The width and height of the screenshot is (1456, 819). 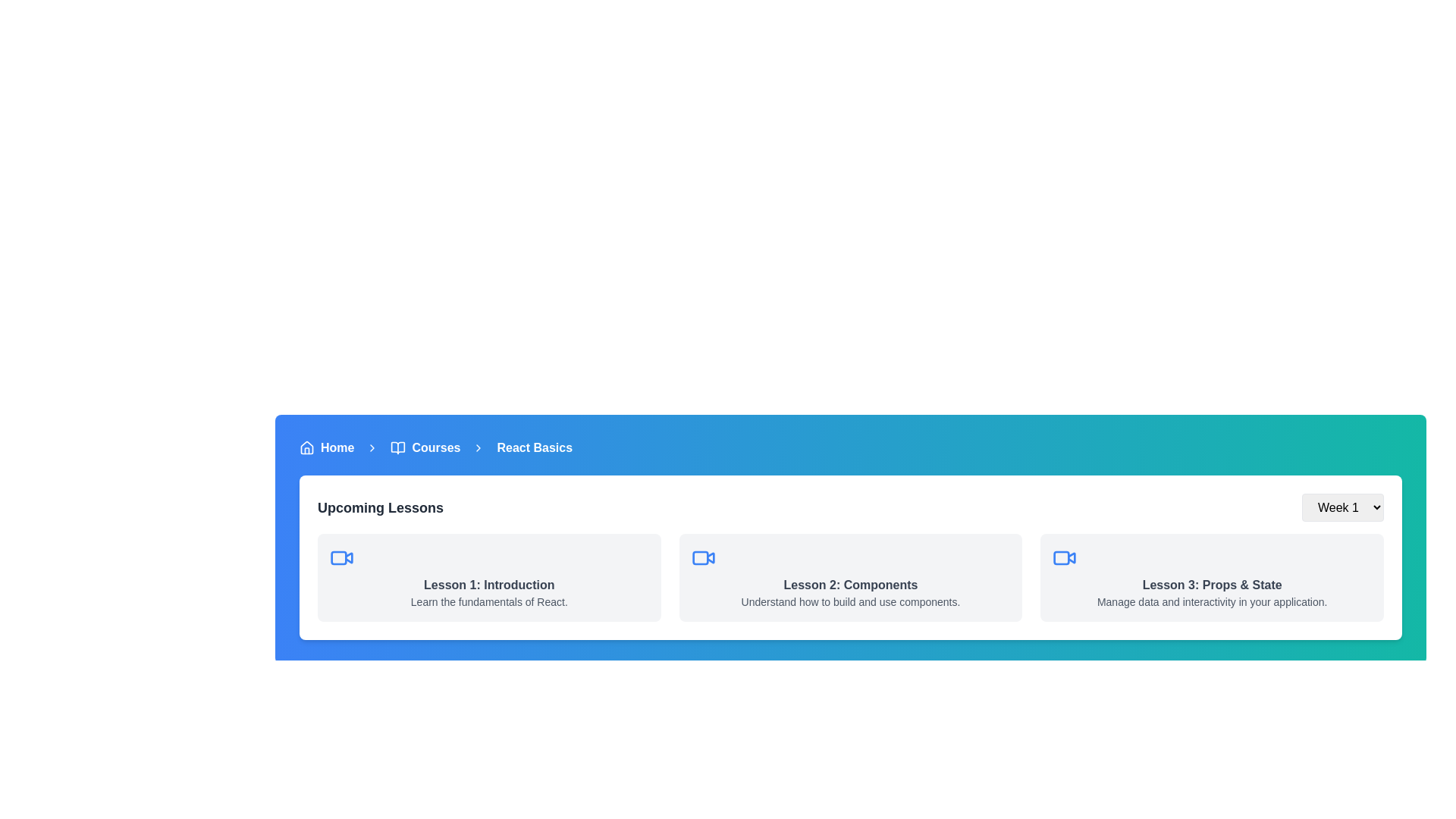 I want to click on the small triangle-shaped icon with a blue accent color located within the third lesson card titled 'Lesson 3: Props & State', positioned to the left of the lesson description text, so click(x=1071, y=557).